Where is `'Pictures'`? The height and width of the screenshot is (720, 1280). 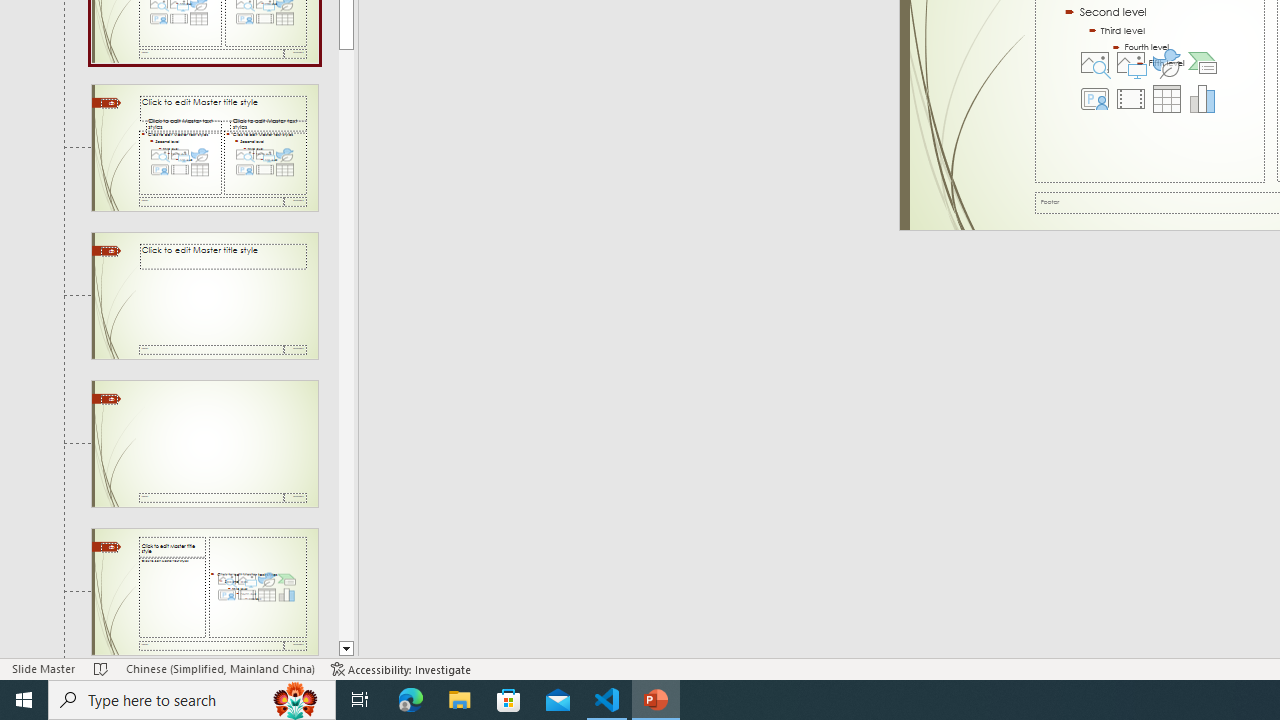
'Pictures' is located at coordinates (1130, 61).